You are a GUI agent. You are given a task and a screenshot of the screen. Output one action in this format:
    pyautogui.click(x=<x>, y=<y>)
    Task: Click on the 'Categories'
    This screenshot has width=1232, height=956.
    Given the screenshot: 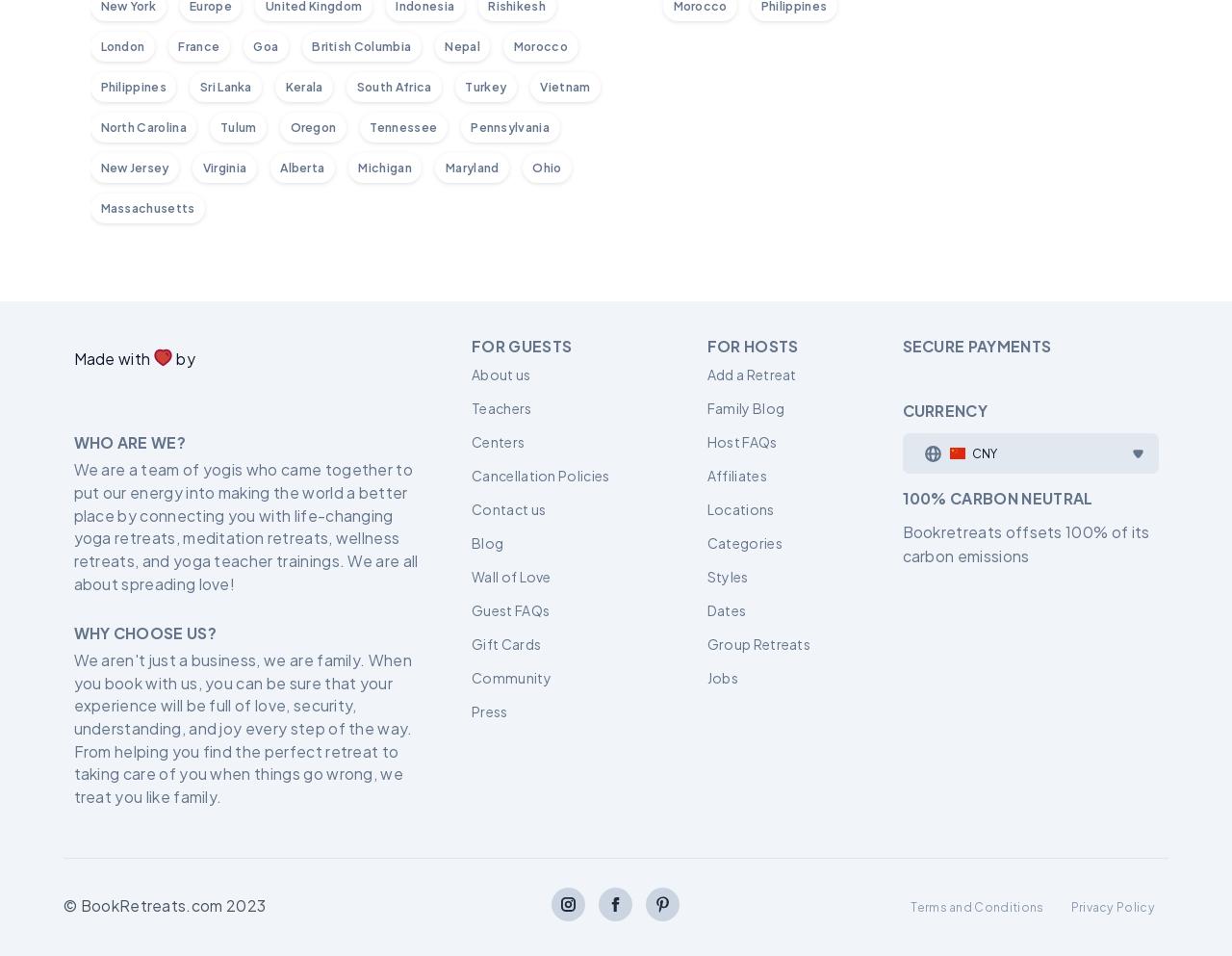 What is the action you would take?
    pyautogui.click(x=705, y=542)
    